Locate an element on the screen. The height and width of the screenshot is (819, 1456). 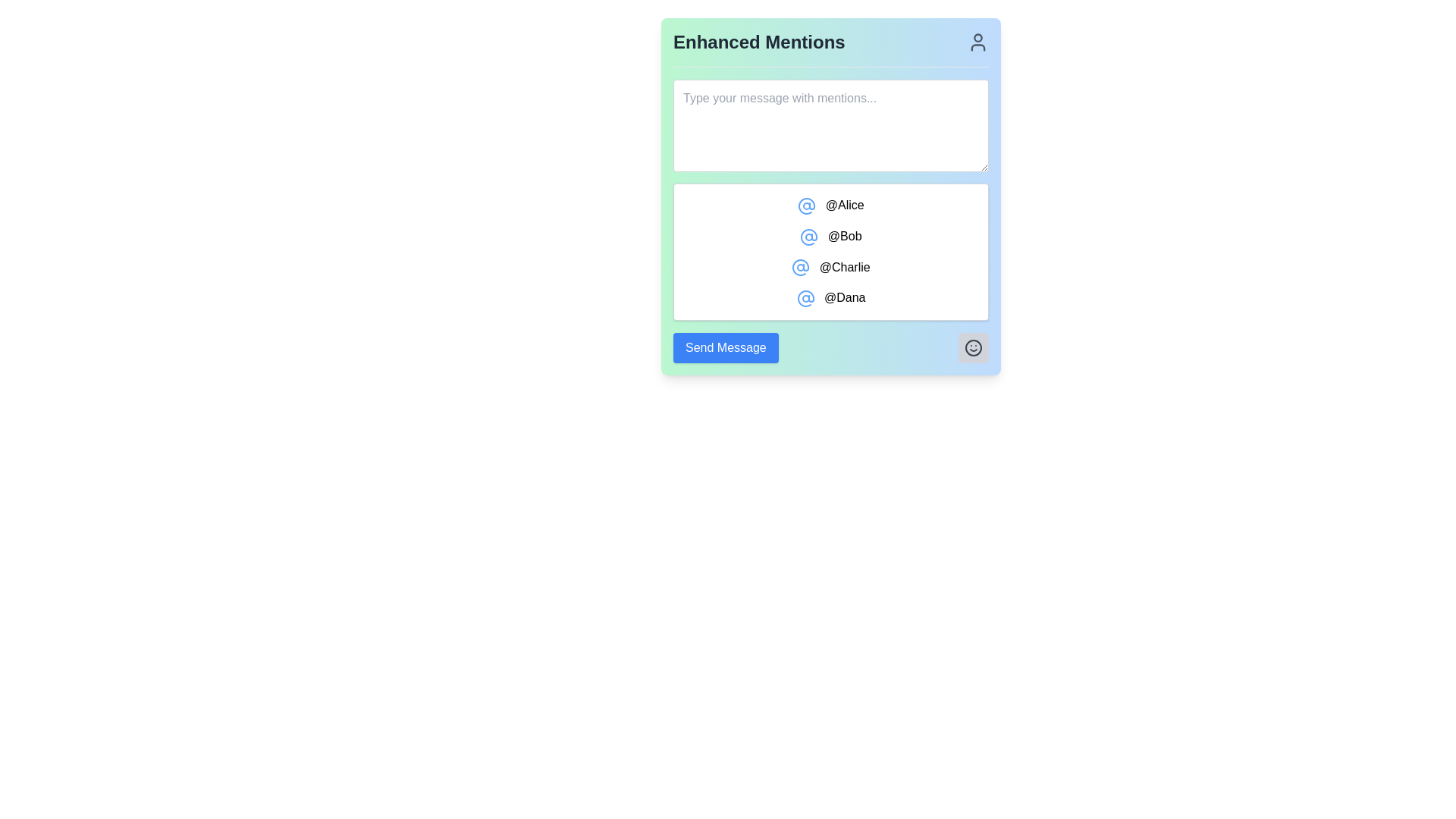
circular smiley face icon element located in the bottom-right corner of the 'Enhanced Mentions' dialog box for debugging purposes is located at coordinates (973, 348).